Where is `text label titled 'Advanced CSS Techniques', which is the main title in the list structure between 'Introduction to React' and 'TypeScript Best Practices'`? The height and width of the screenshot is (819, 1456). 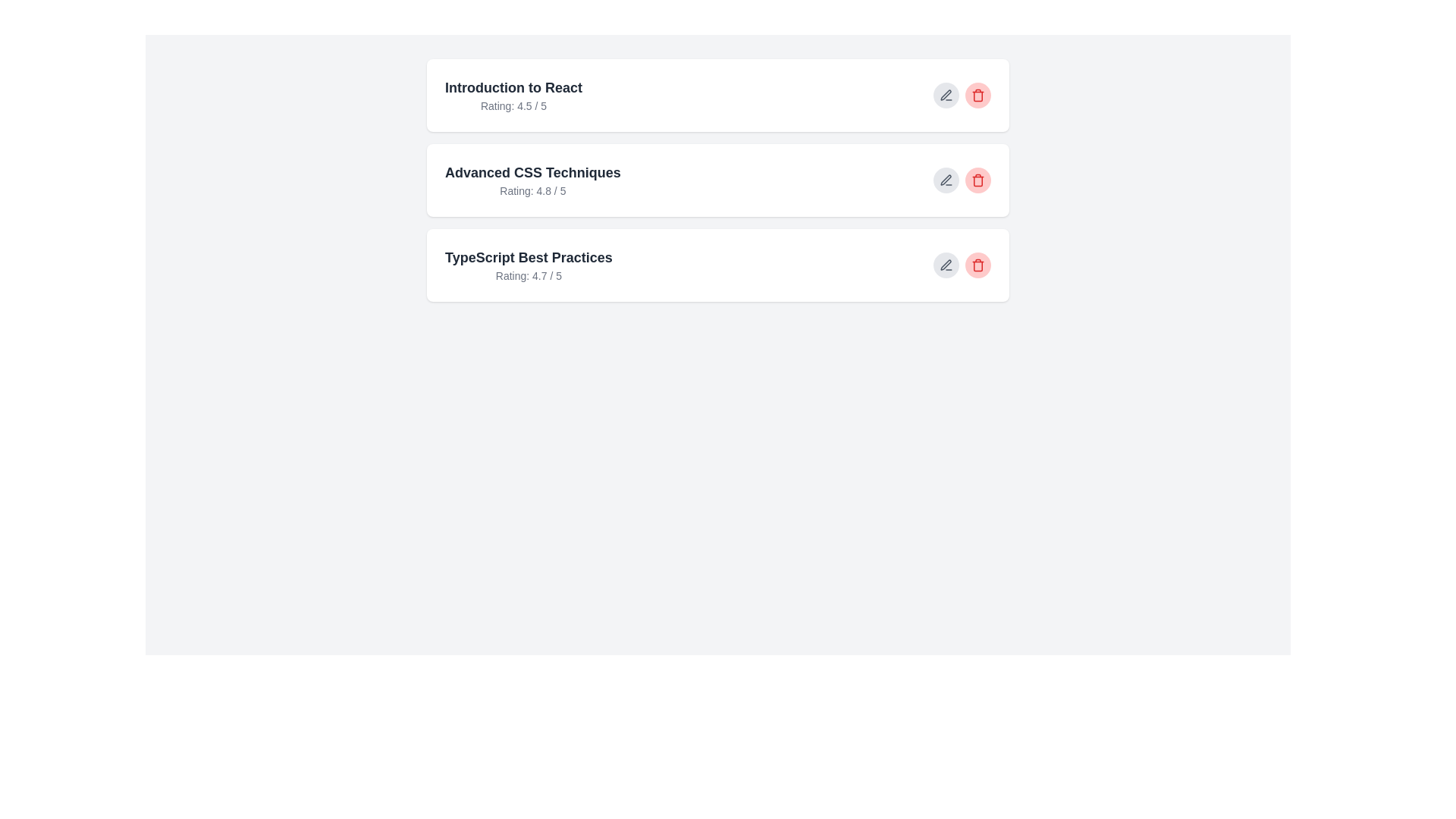 text label titled 'Advanced CSS Techniques', which is the main title in the list structure between 'Introduction to React' and 'TypeScript Best Practices' is located at coordinates (532, 171).